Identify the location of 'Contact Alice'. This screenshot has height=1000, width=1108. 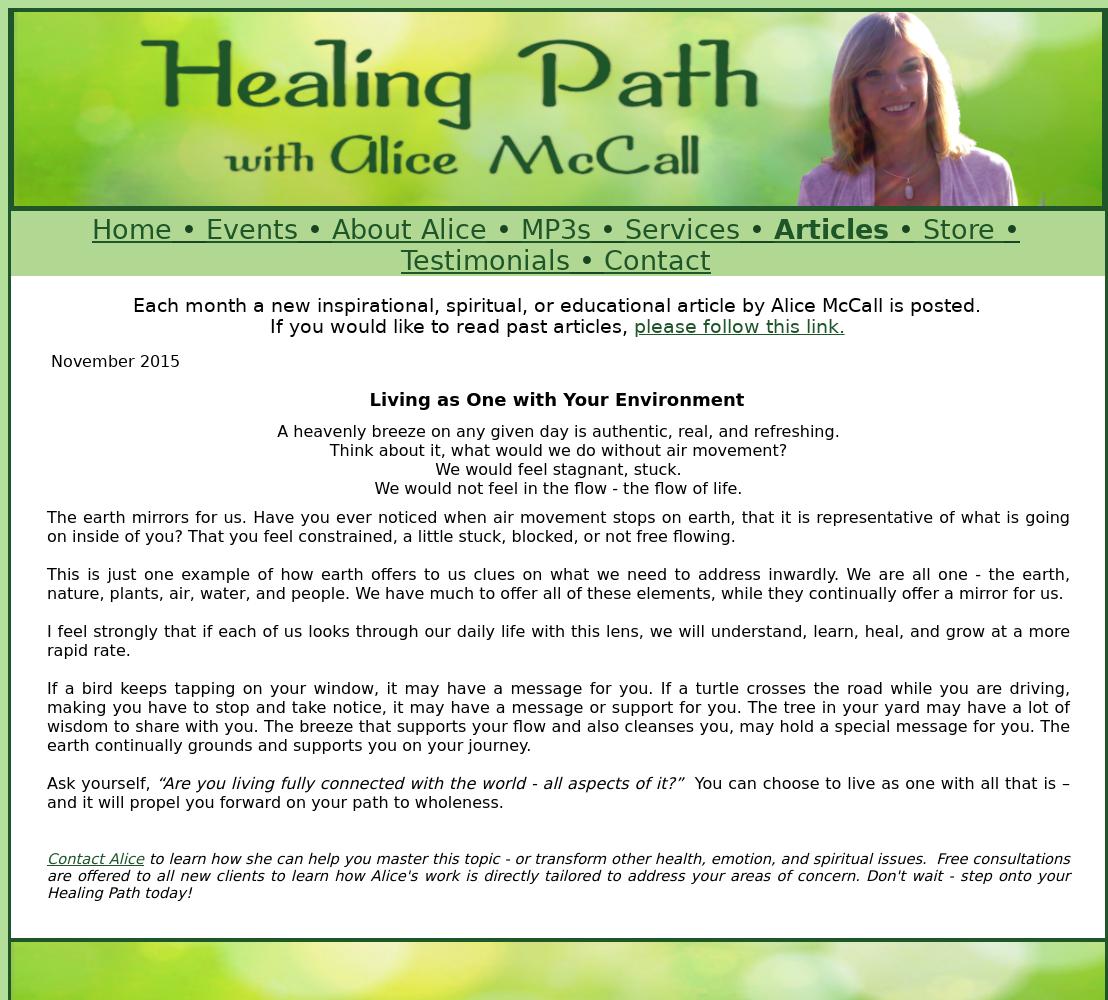
(95, 857).